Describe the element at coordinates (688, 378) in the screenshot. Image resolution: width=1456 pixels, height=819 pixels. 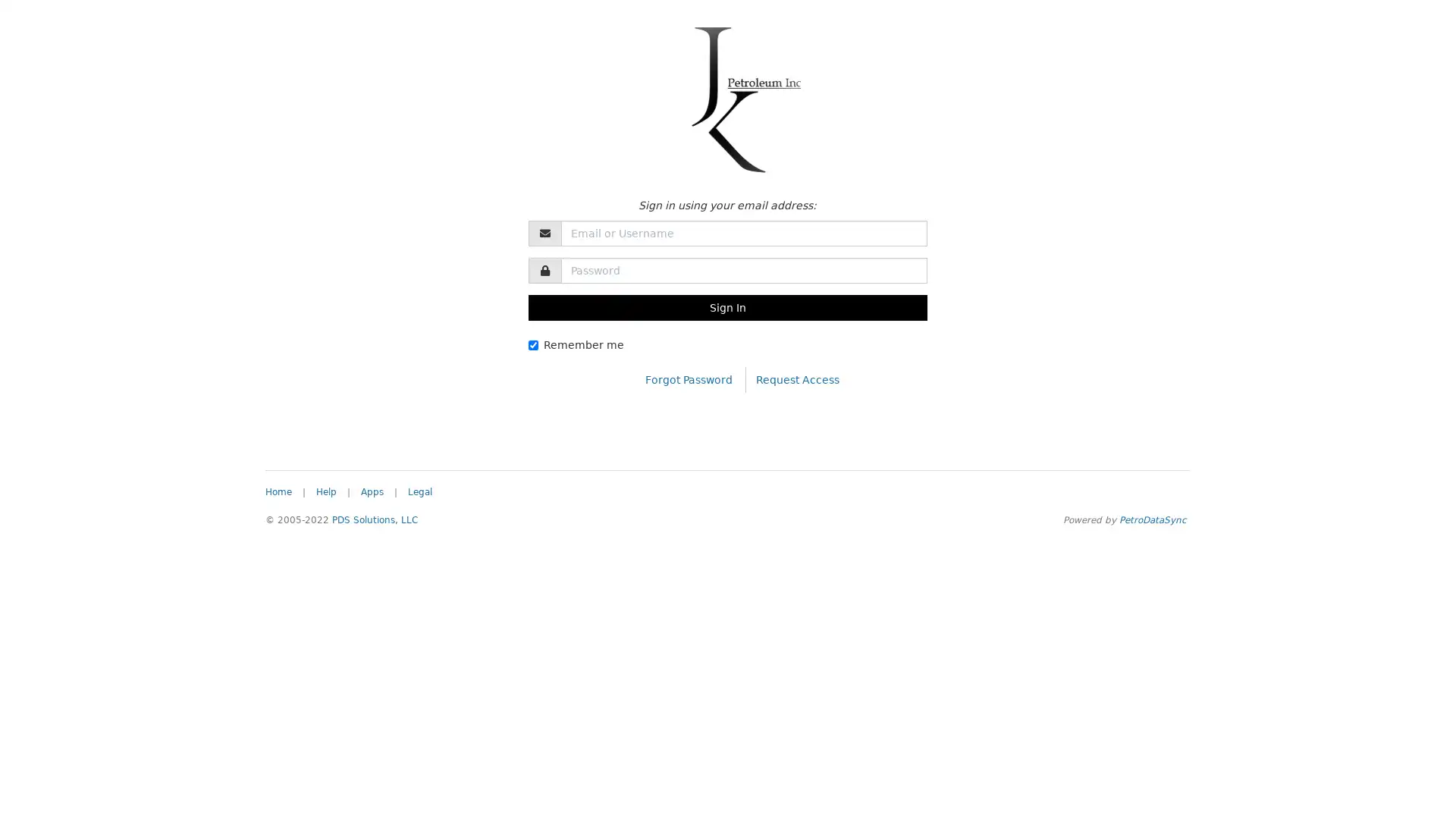
I see `Forgot Password` at that location.